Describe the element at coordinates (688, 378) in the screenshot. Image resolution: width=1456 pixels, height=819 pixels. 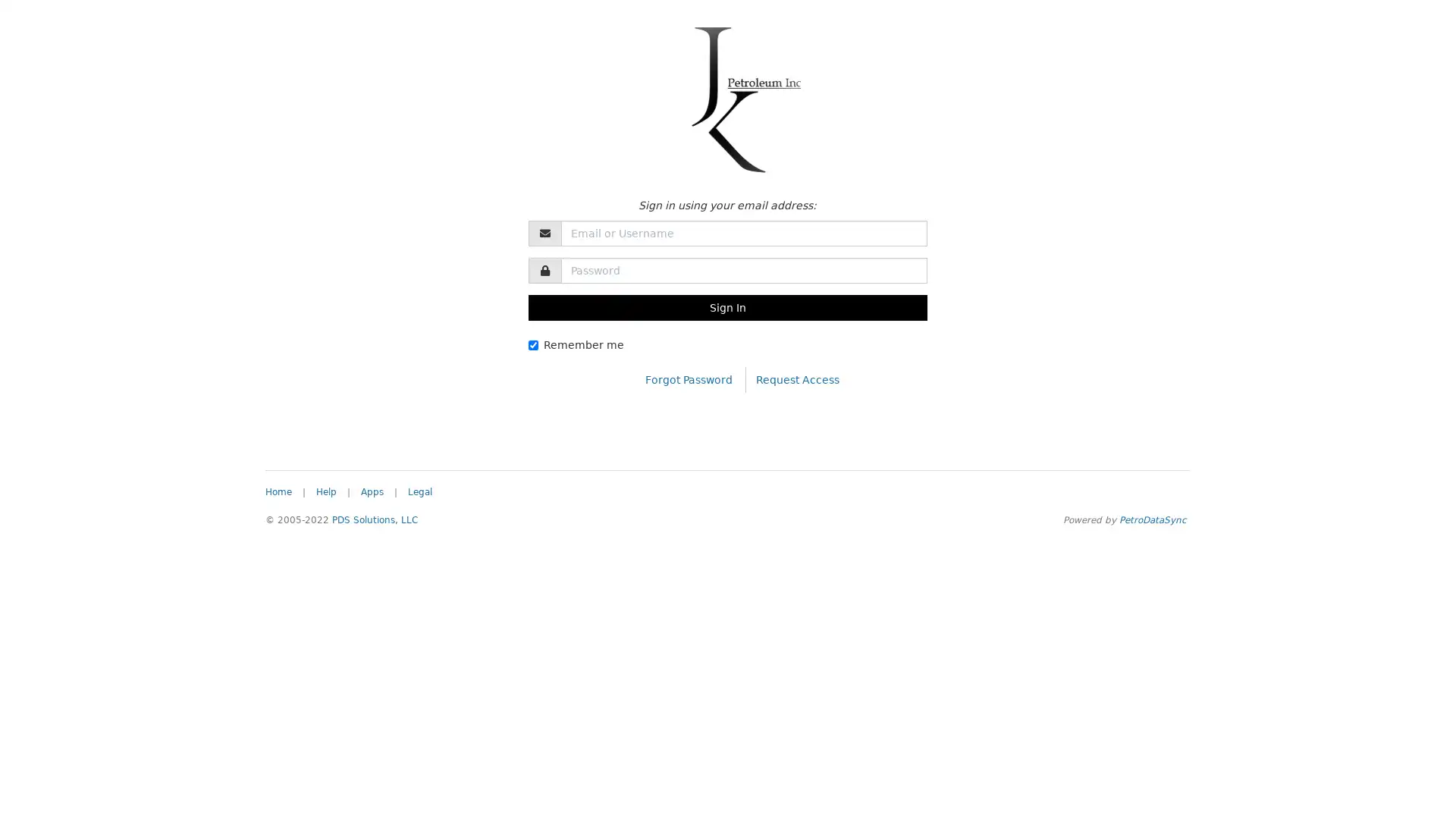
I see `Forgot Password` at that location.